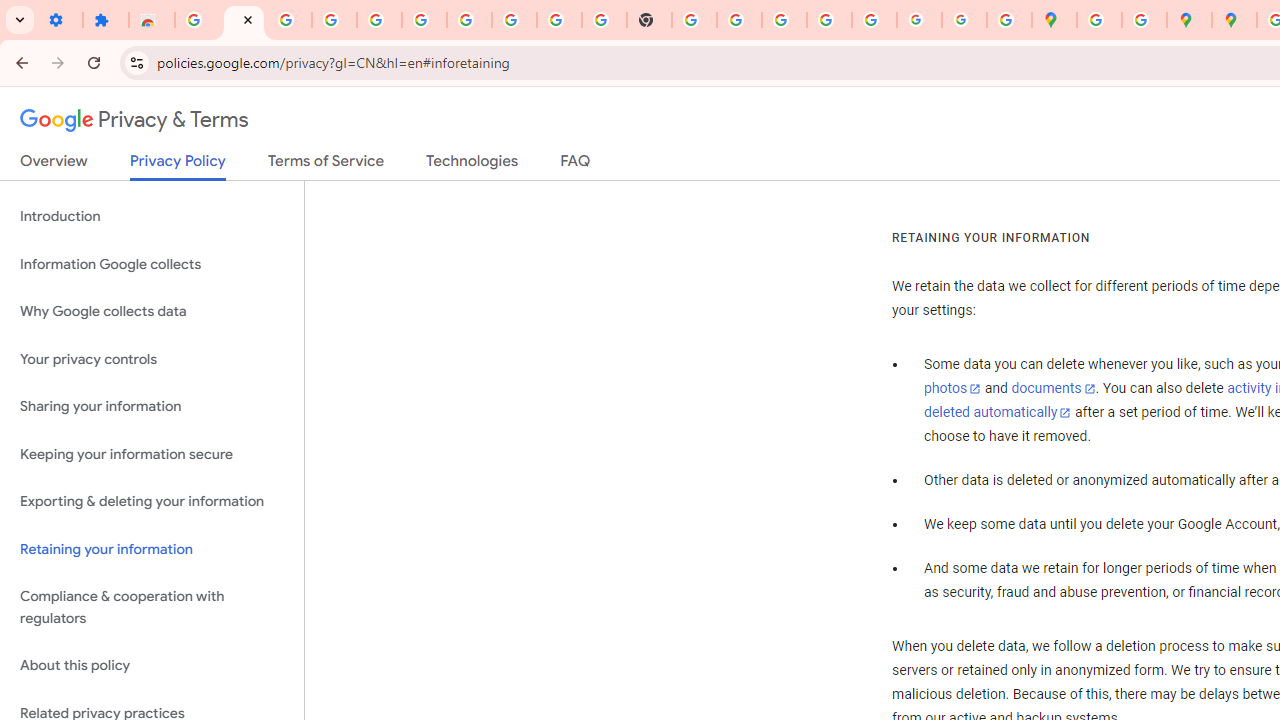  I want to click on 'Reviews: Helix Fruit Jump Arcade Game', so click(151, 20).